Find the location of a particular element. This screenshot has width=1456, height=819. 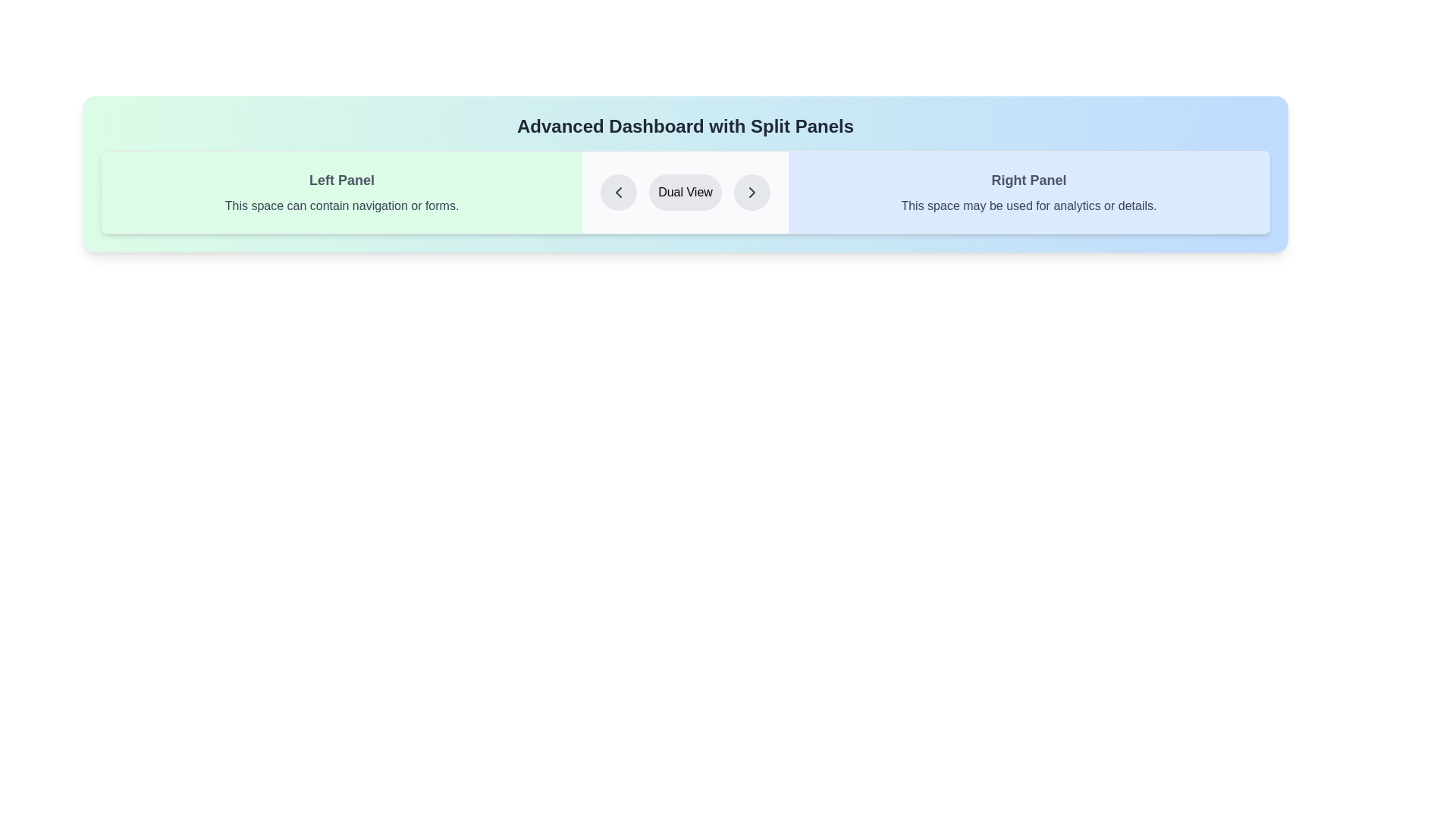

the static informational panel located on the left side of the split-panel interface, which is non-interactive and positioned before the 'Right Panel' is located at coordinates (341, 192).